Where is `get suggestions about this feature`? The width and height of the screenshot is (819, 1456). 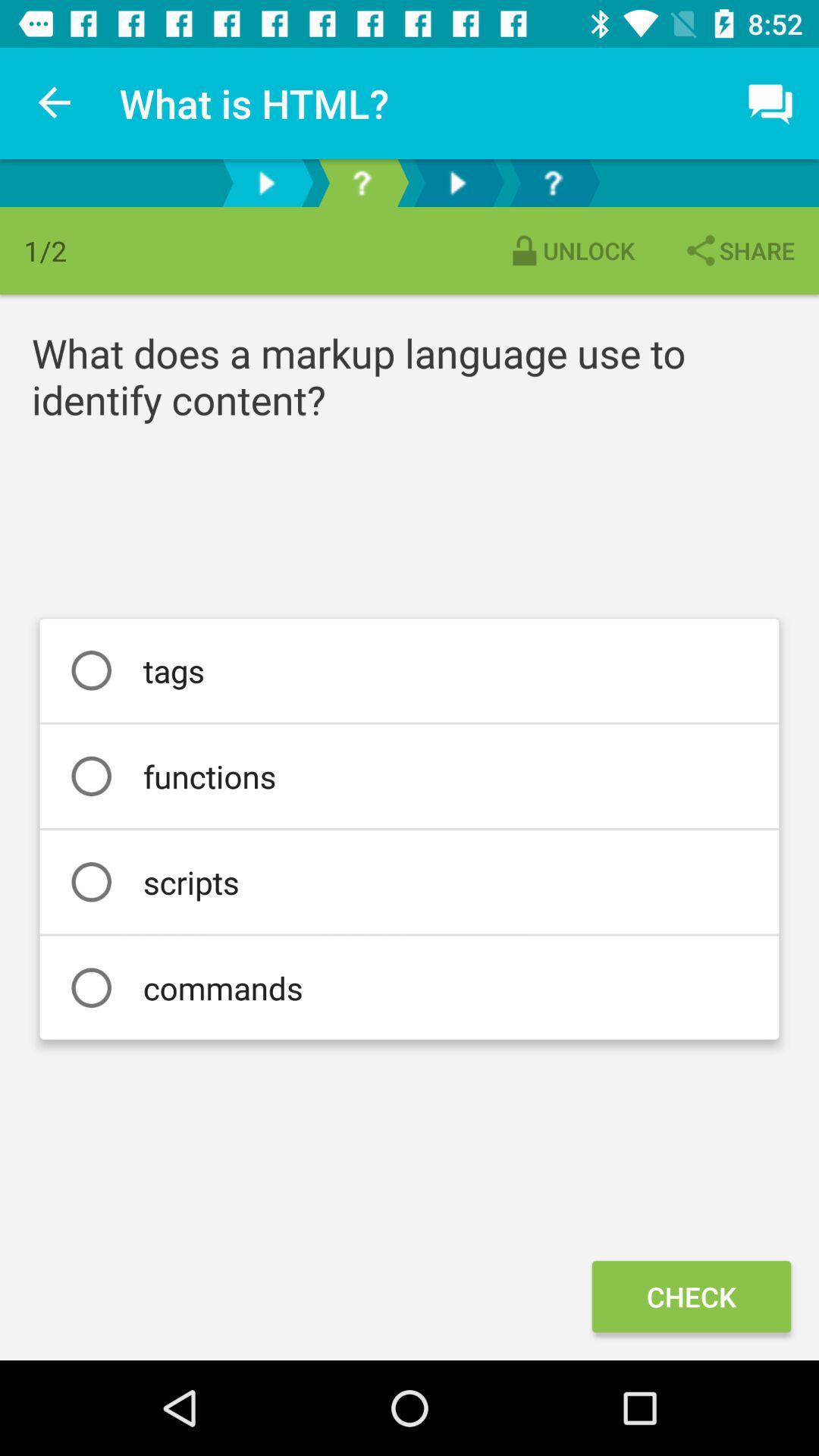 get suggestions about this feature is located at coordinates (553, 182).